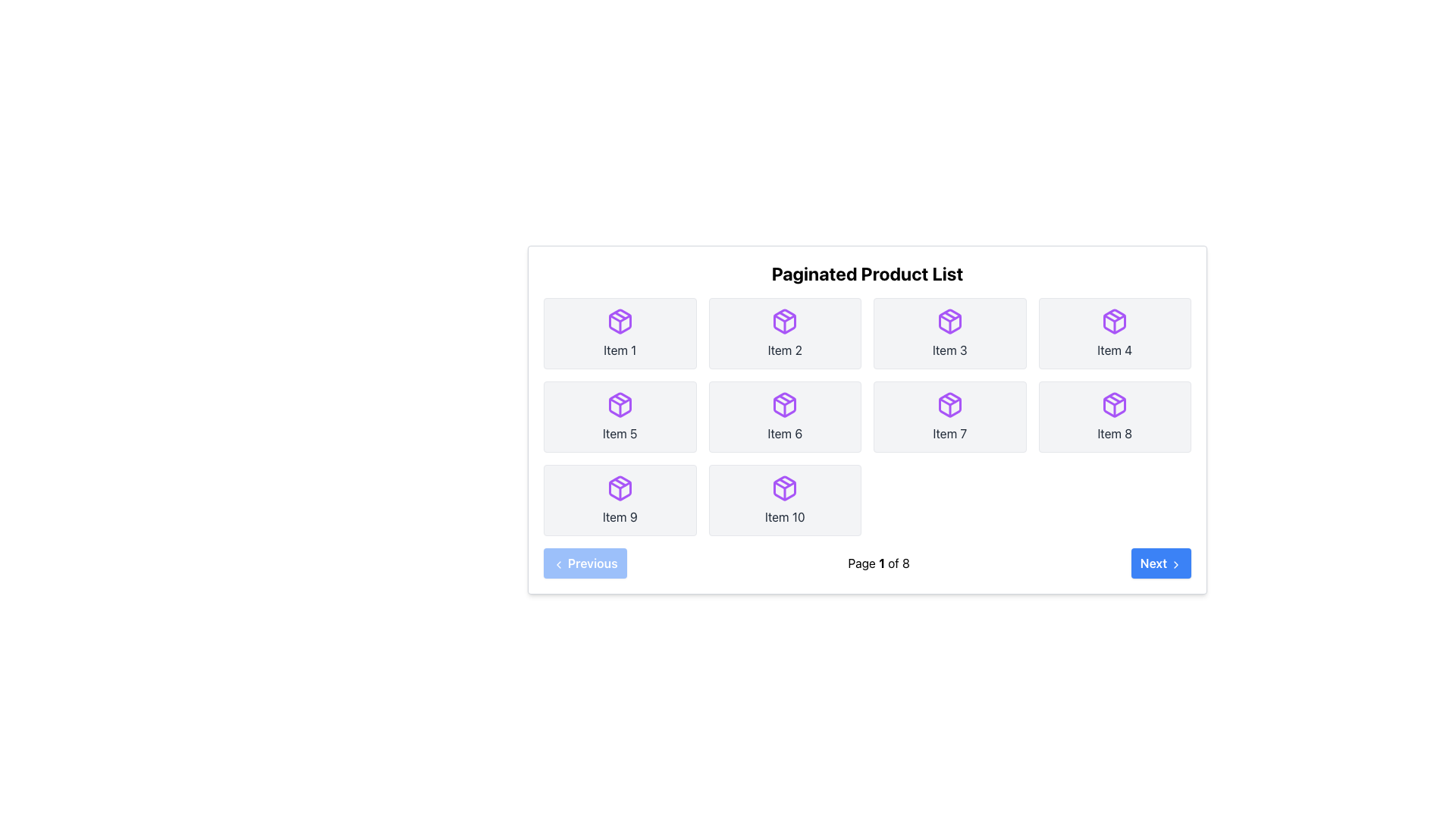 This screenshot has height=819, width=1456. I want to click on the stylized purple package-like icon located beneath 'Item 8' in the 'Paginated Product List', so click(1115, 403).